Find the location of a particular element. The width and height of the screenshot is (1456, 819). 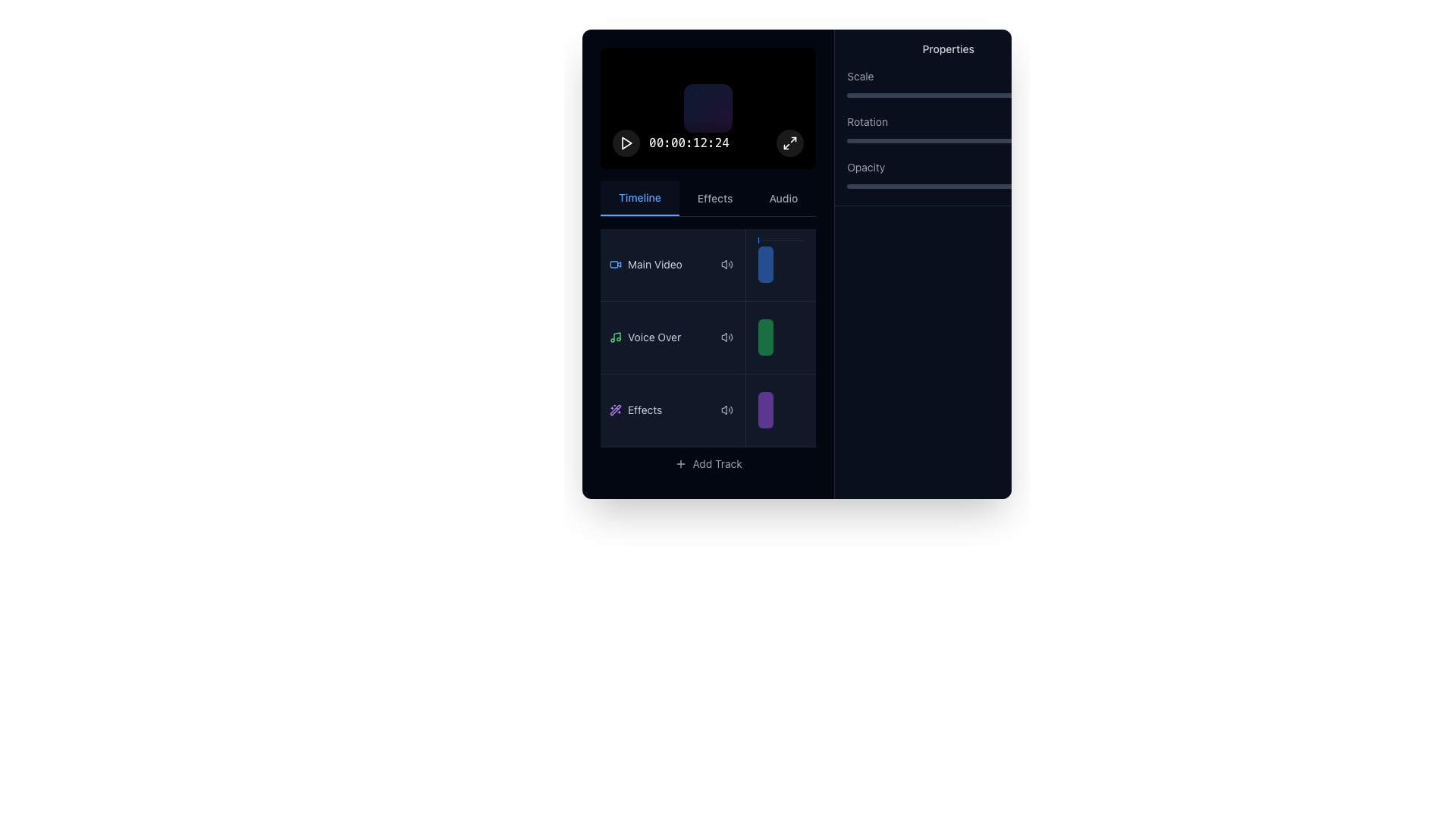

the text label displaying 'Scale' in the 'Properties' section, which is styled in gray and positioned to the left of the '100%' label is located at coordinates (860, 76).